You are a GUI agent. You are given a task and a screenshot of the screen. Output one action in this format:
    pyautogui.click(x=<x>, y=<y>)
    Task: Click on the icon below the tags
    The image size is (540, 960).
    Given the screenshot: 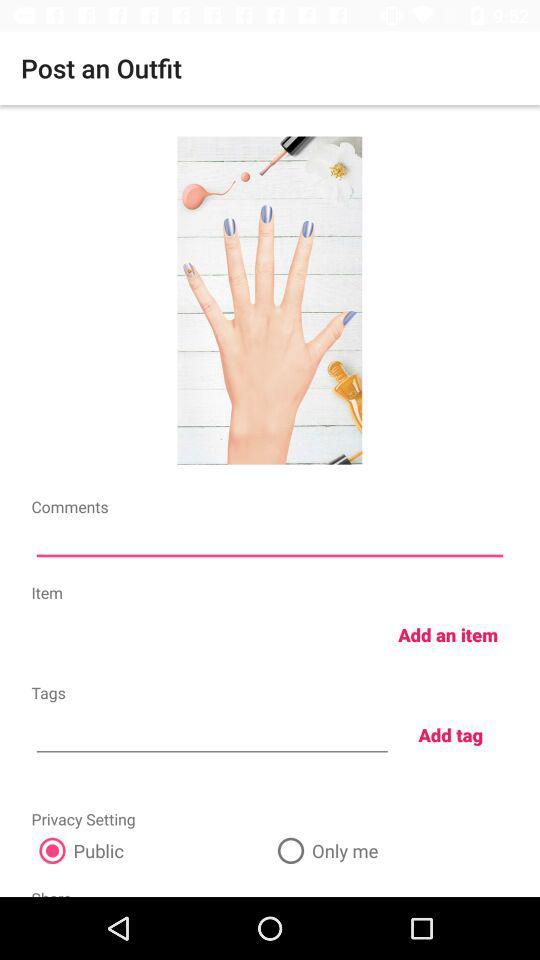 What is the action you would take?
    pyautogui.click(x=211, y=732)
    